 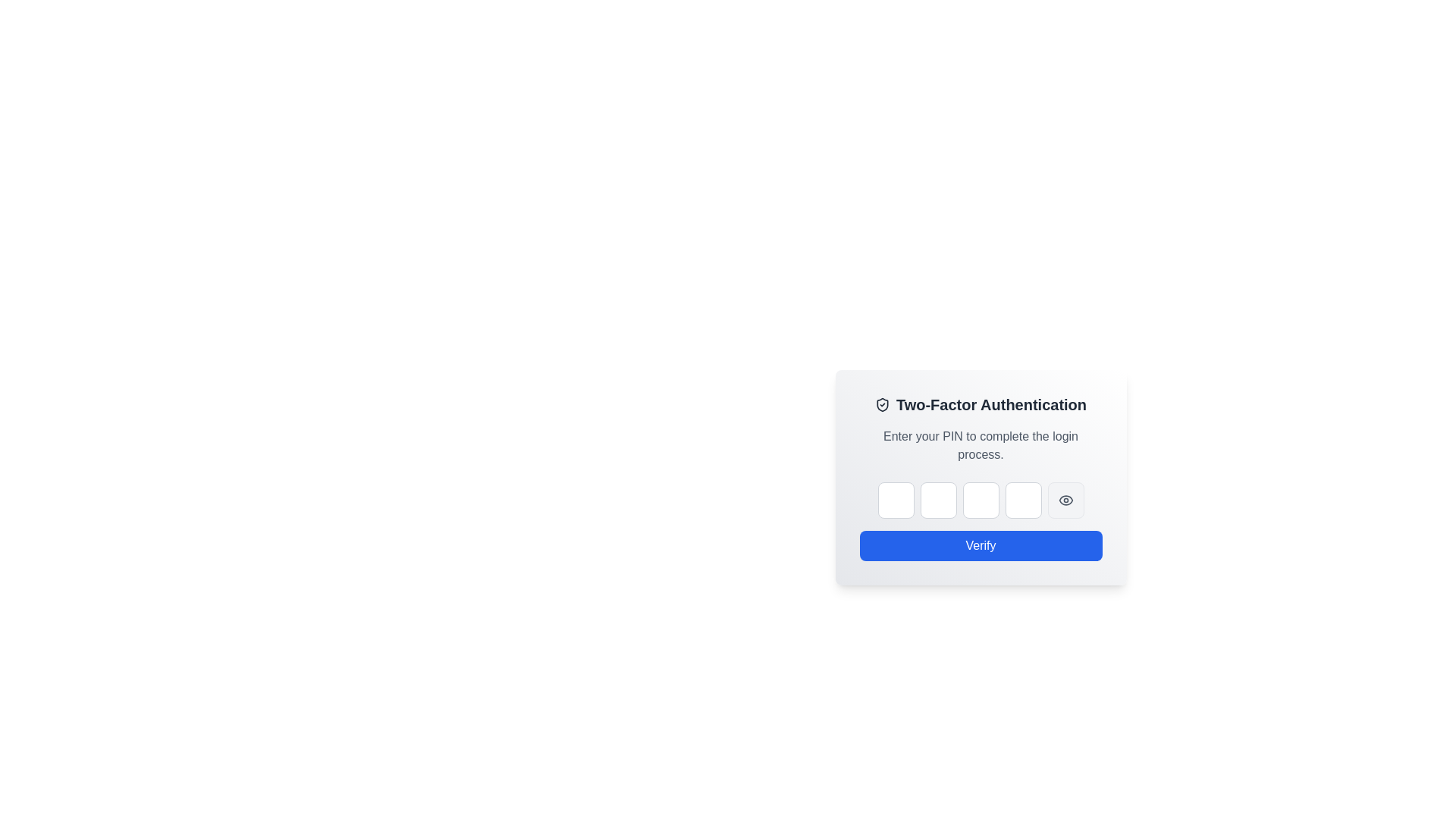 What do you see at coordinates (981, 444) in the screenshot?
I see `the informational text that says 'Enter your PIN to complete the login process.' which is displayed in gray text within the 'Two-Factor Authentication' card interface` at bounding box center [981, 444].